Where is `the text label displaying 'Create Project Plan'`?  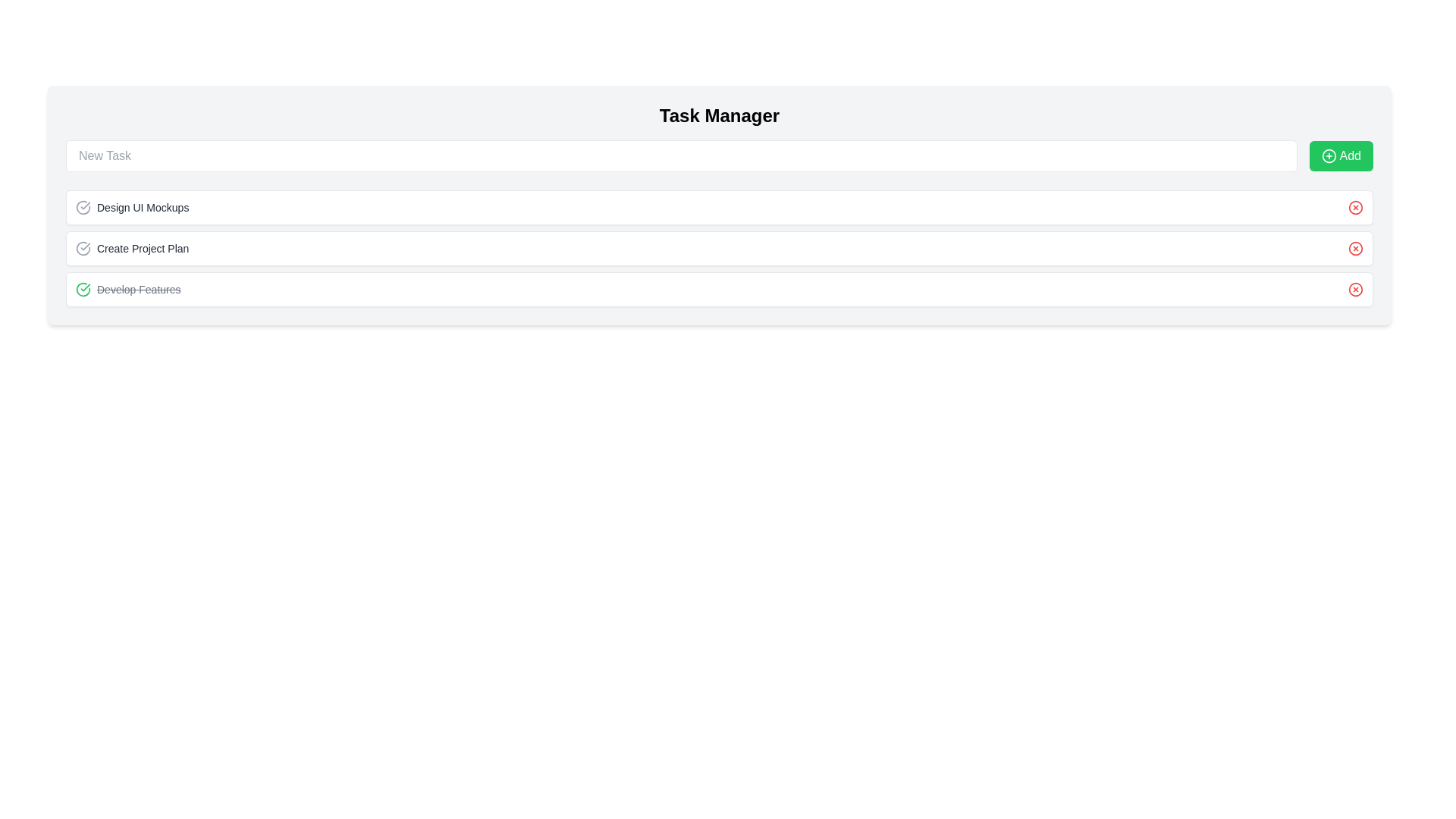
the text label displaying 'Create Project Plan' is located at coordinates (143, 247).